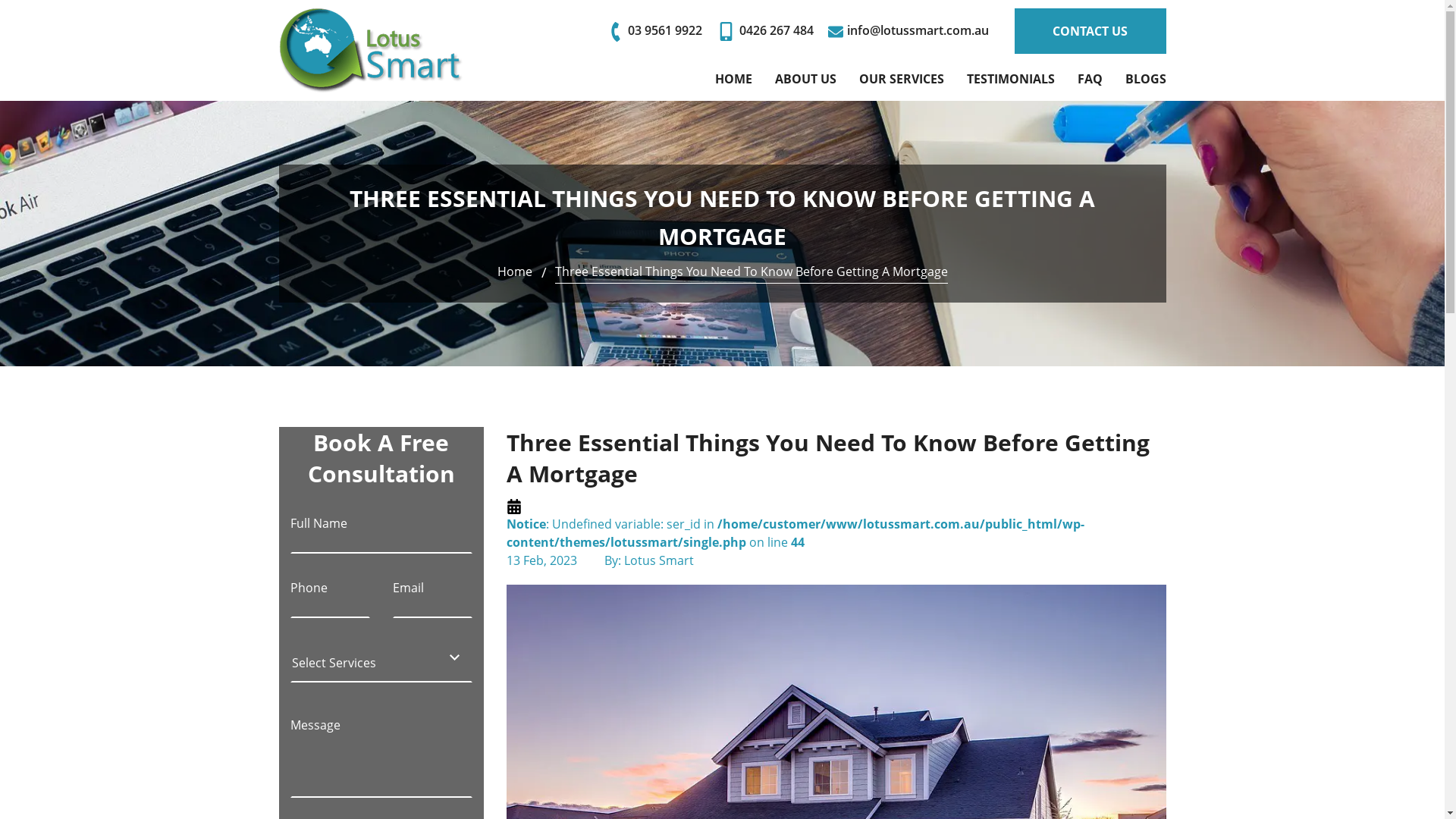 Image resolution: width=1456 pixels, height=819 pixels. What do you see at coordinates (858, 79) in the screenshot?
I see `'OUR SERVICES'` at bounding box center [858, 79].